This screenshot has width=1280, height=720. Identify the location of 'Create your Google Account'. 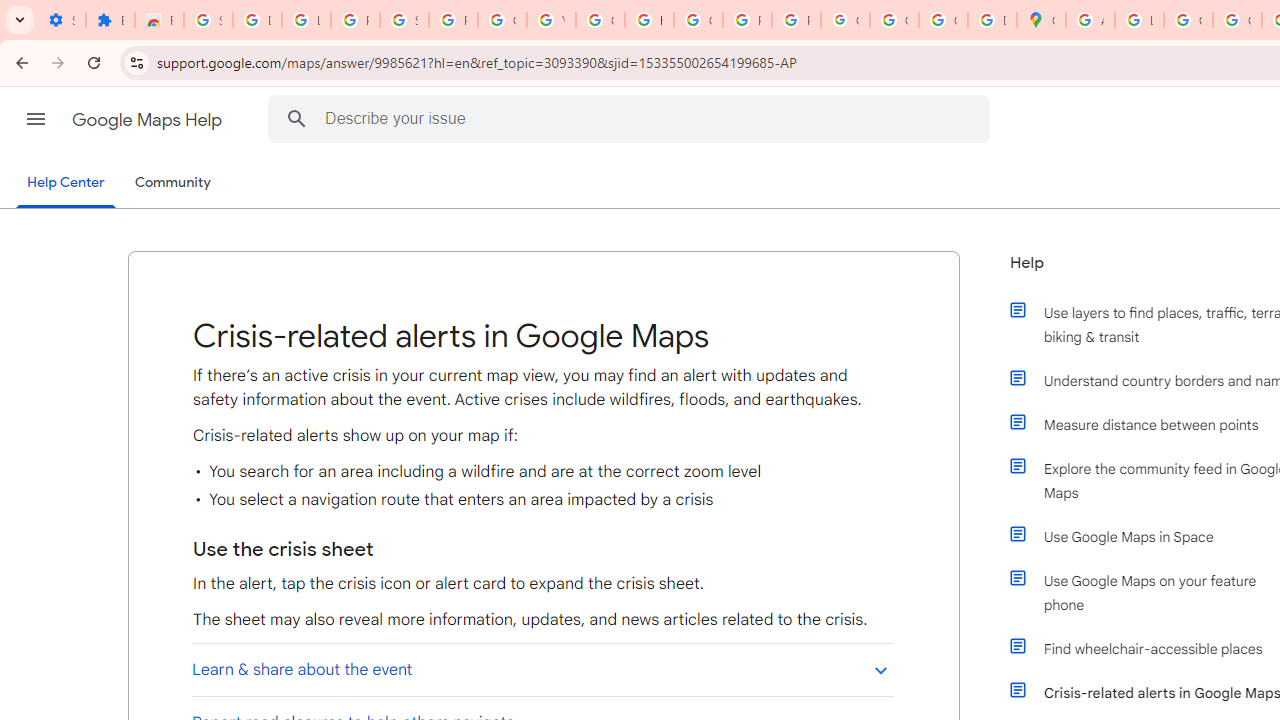
(1188, 20).